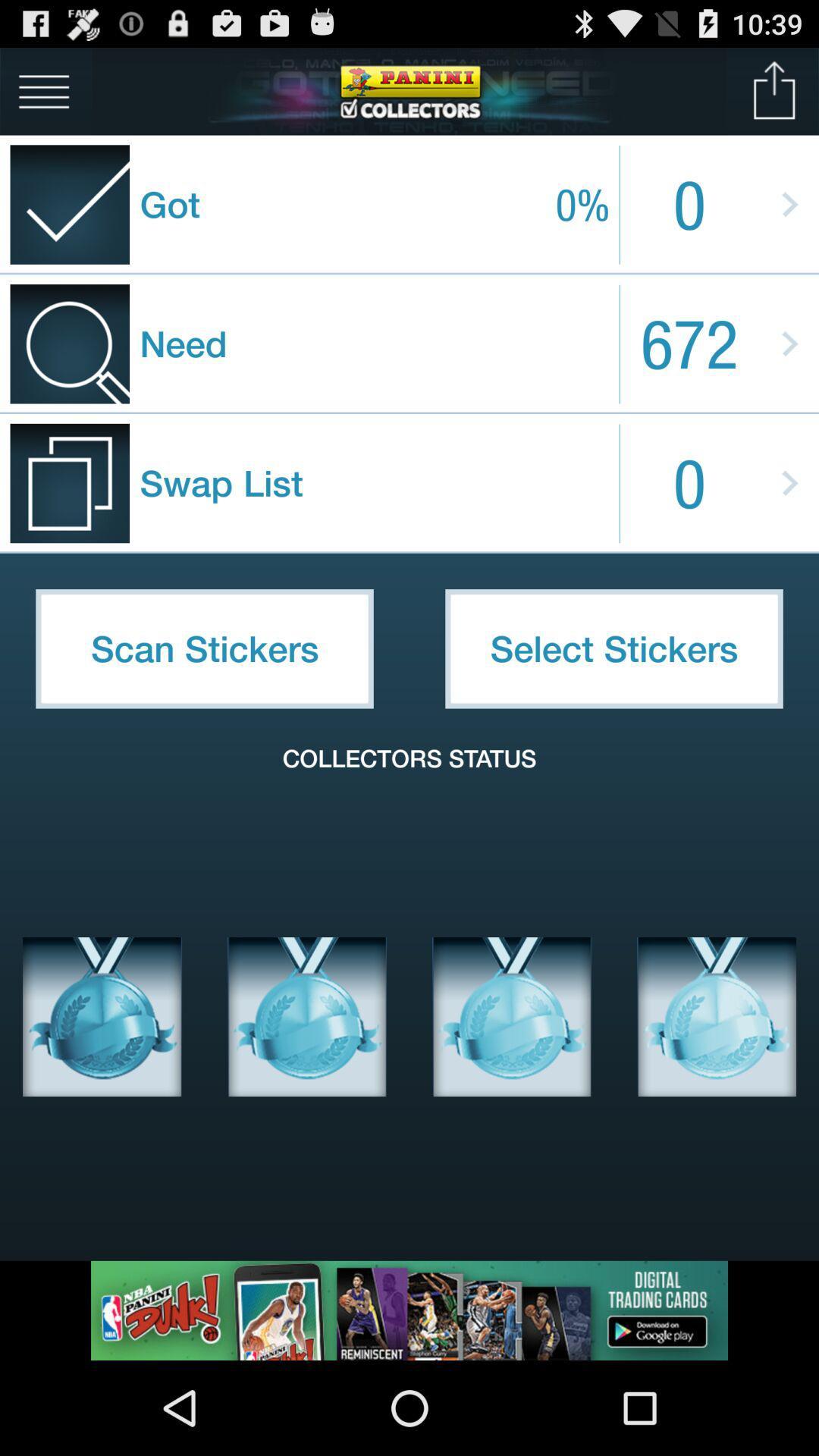 The image size is (819, 1456). Describe the element at coordinates (102, 1016) in the screenshot. I see `the item below the collectors status` at that location.